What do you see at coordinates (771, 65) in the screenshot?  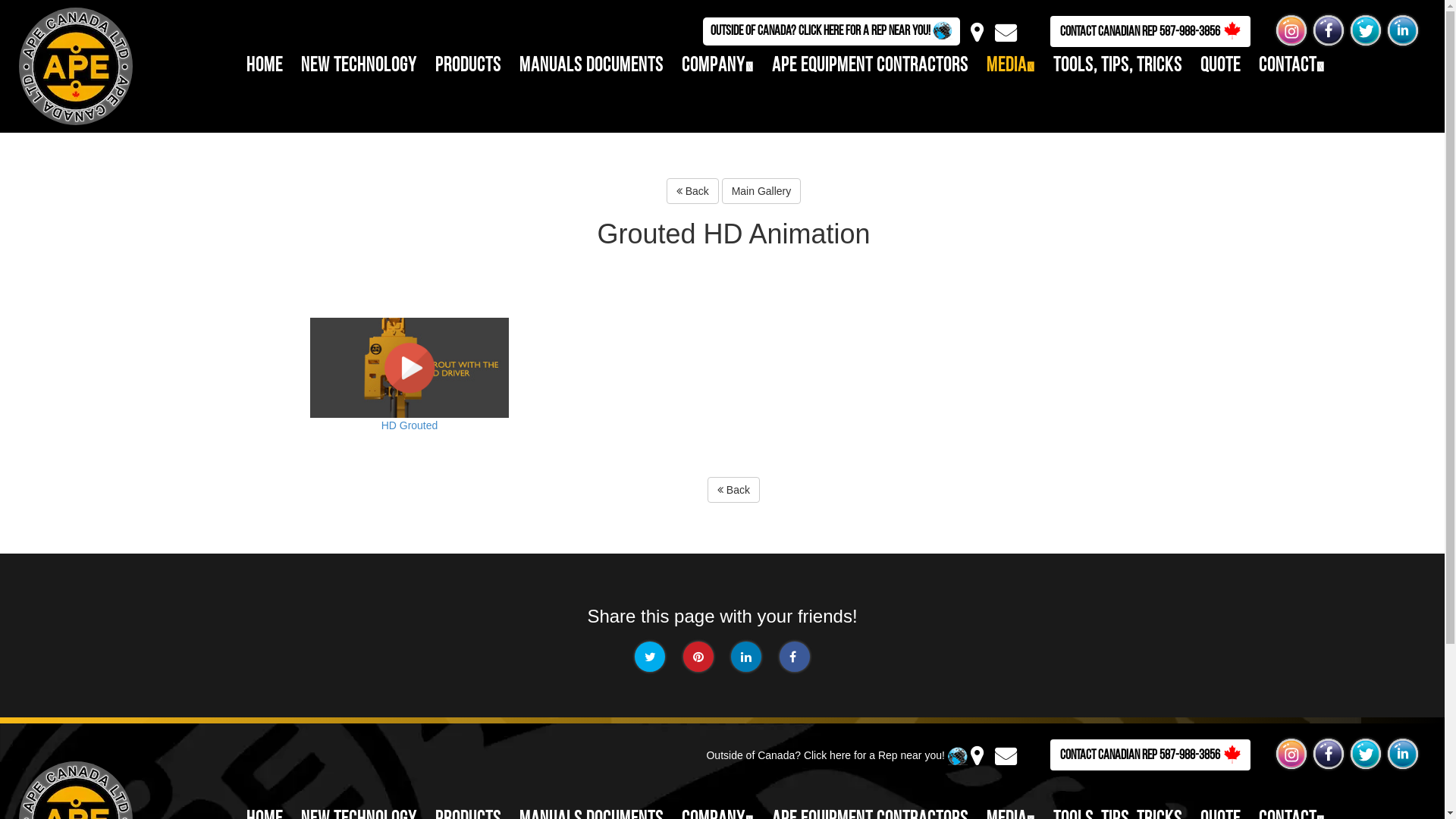 I see `'APE Equipment Contractors'` at bounding box center [771, 65].